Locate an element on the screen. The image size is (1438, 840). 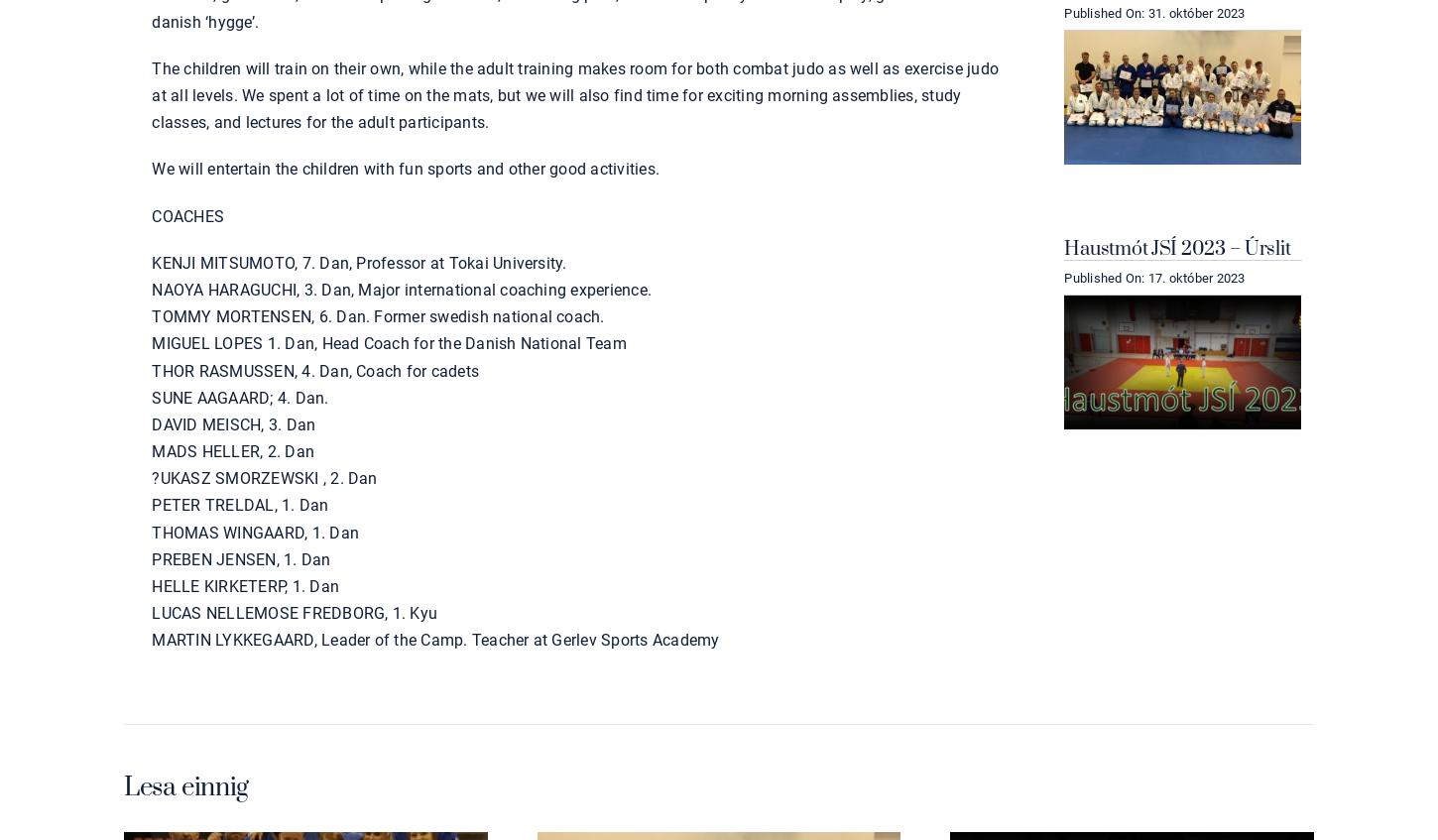
'SUNE AAGAARD; 4. Dan.' is located at coordinates (240, 396).